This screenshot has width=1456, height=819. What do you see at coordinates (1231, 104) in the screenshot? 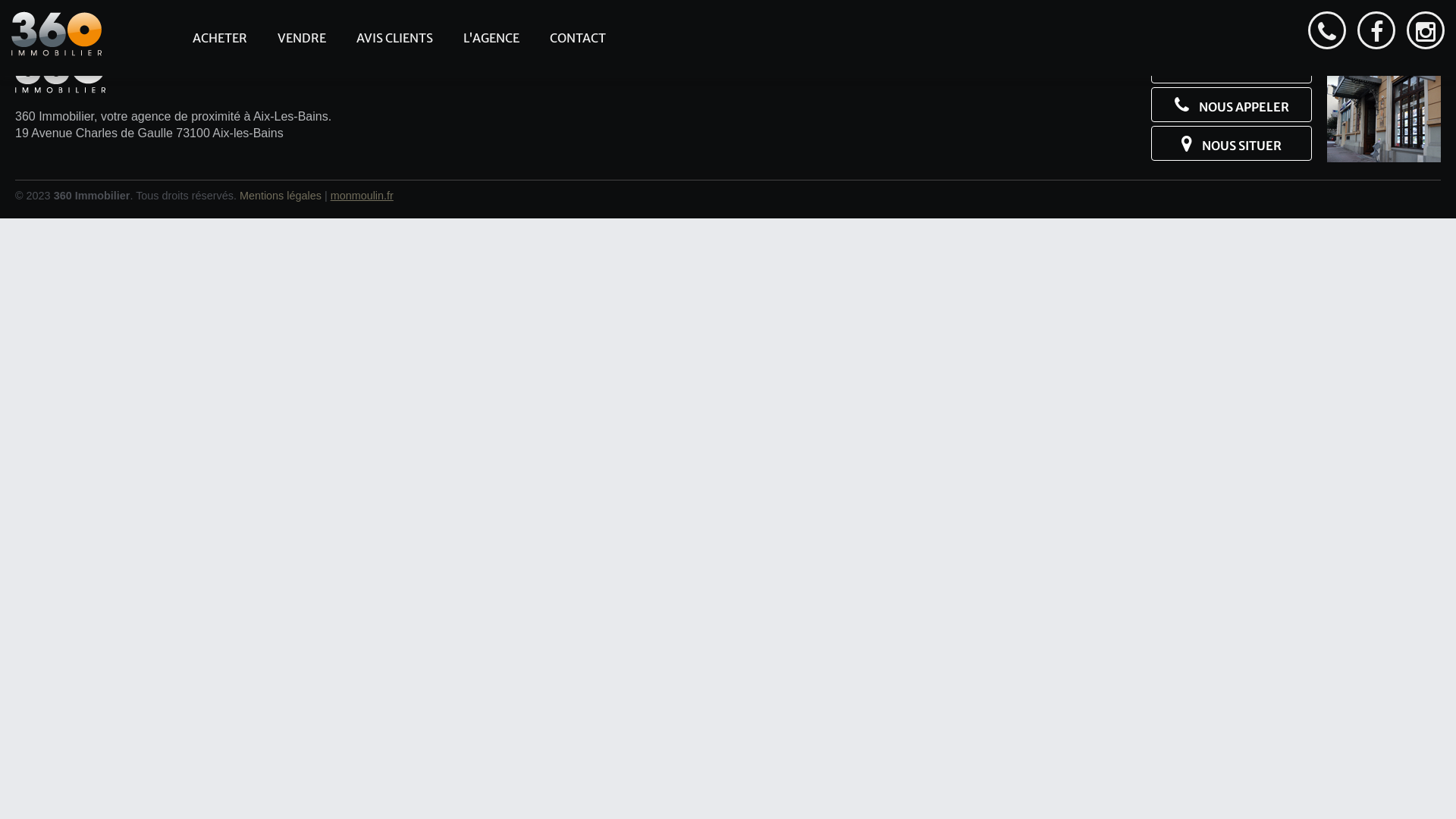
I see `'NOUS APPELER'` at bounding box center [1231, 104].